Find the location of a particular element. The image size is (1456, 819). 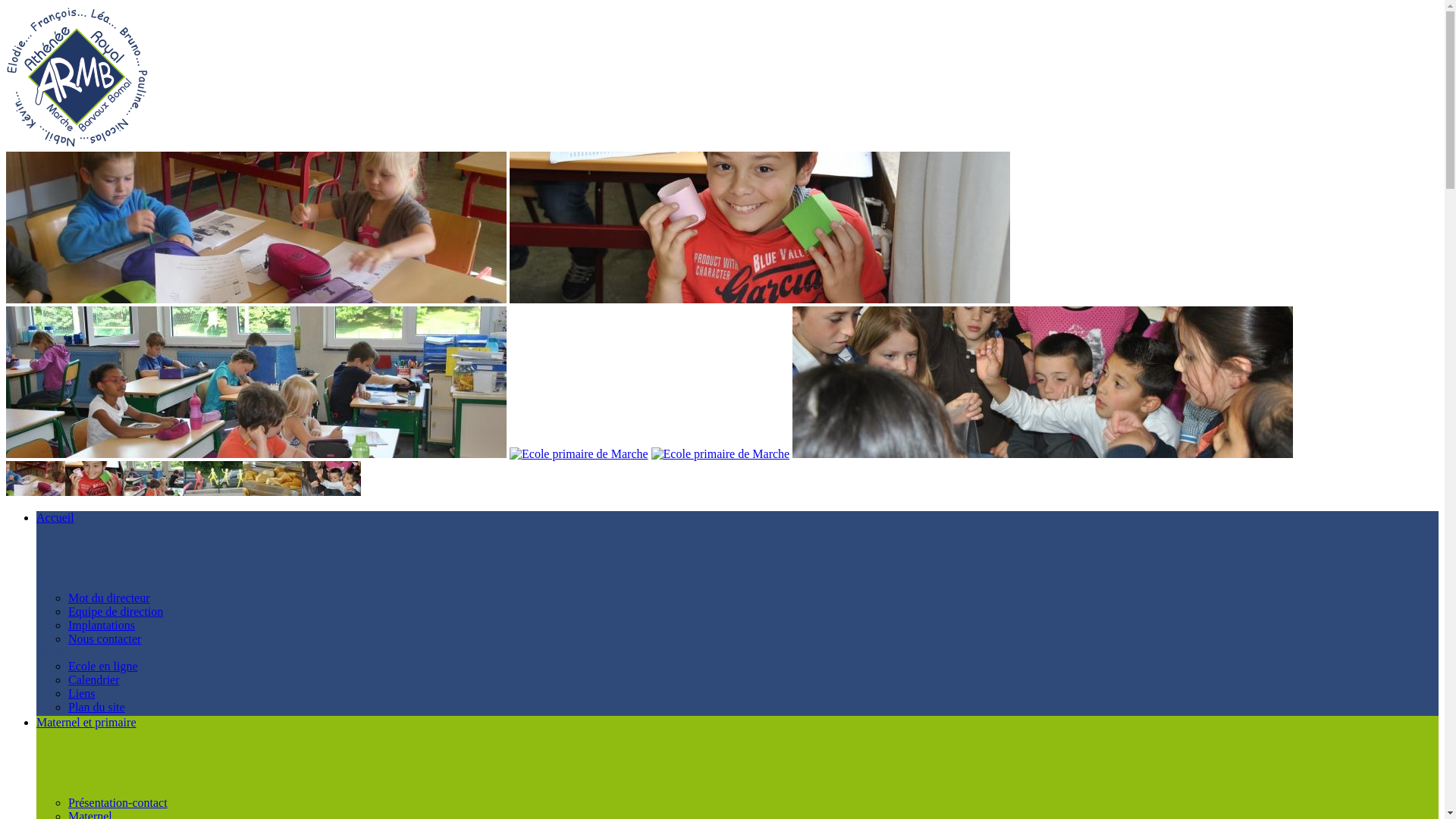

'Equipe de direction' is located at coordinates (115, 610).